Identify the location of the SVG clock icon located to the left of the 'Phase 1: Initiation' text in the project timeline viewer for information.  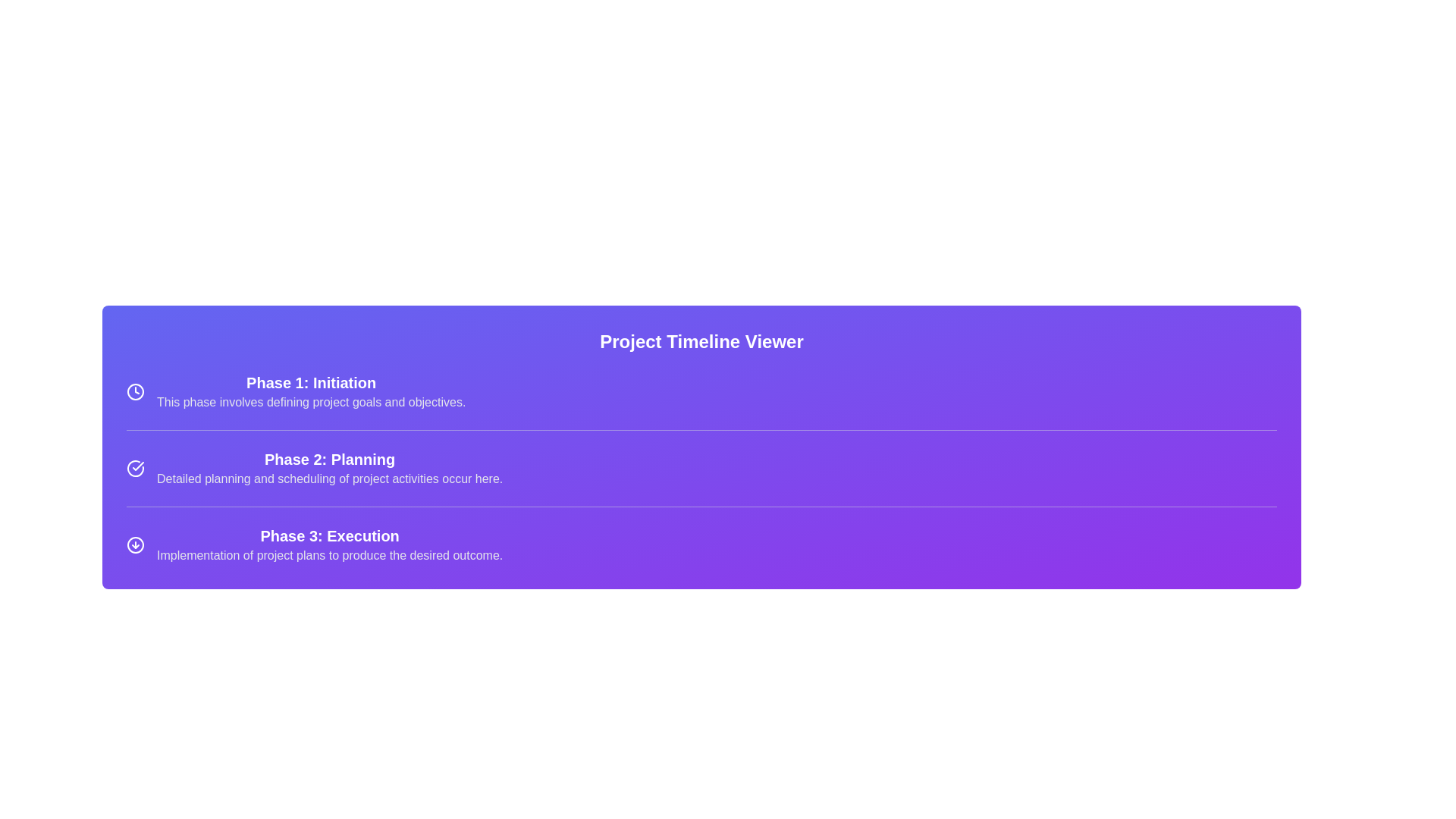
(135, 391).